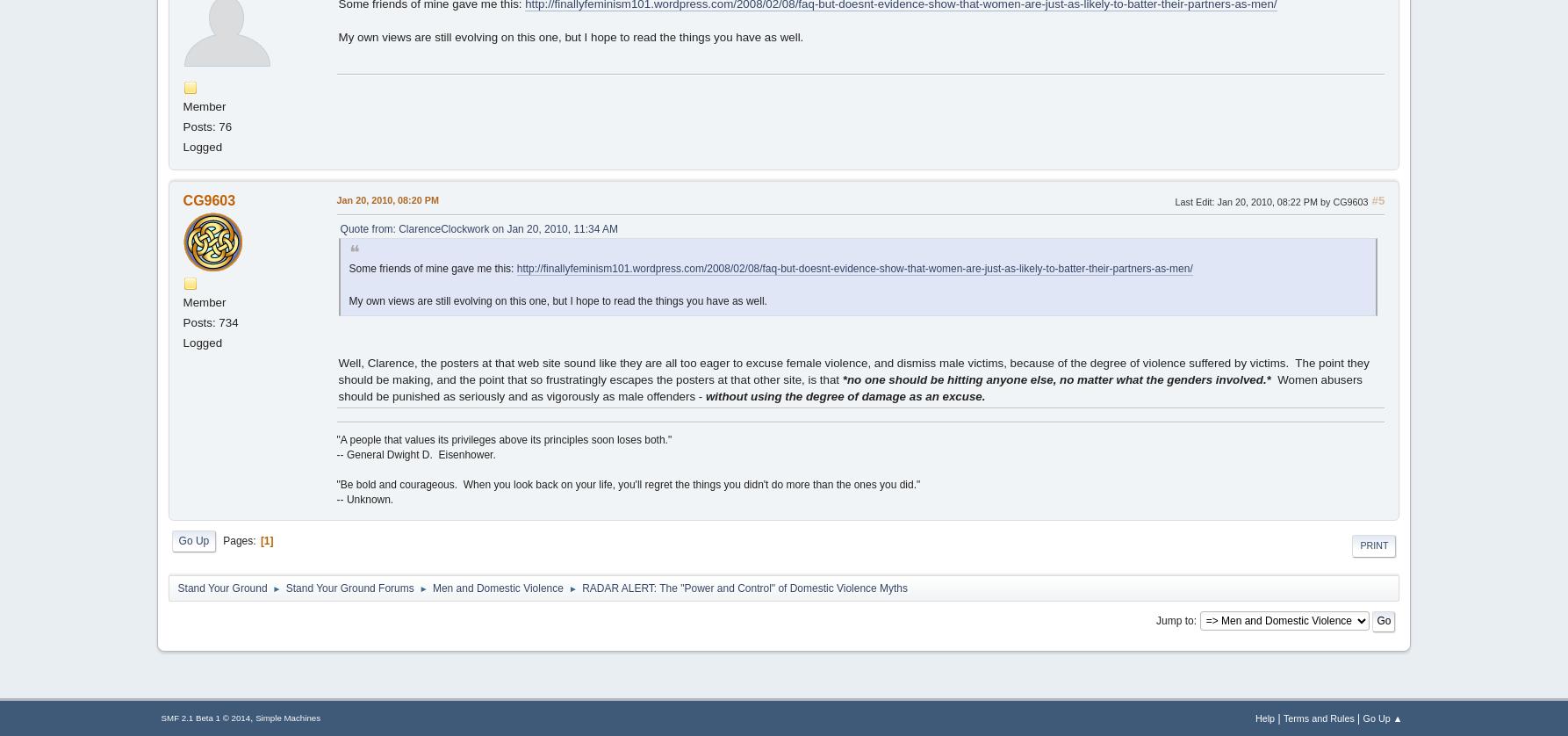  I want to click on 'Stand Your Ground Forums', so click(349, 586).